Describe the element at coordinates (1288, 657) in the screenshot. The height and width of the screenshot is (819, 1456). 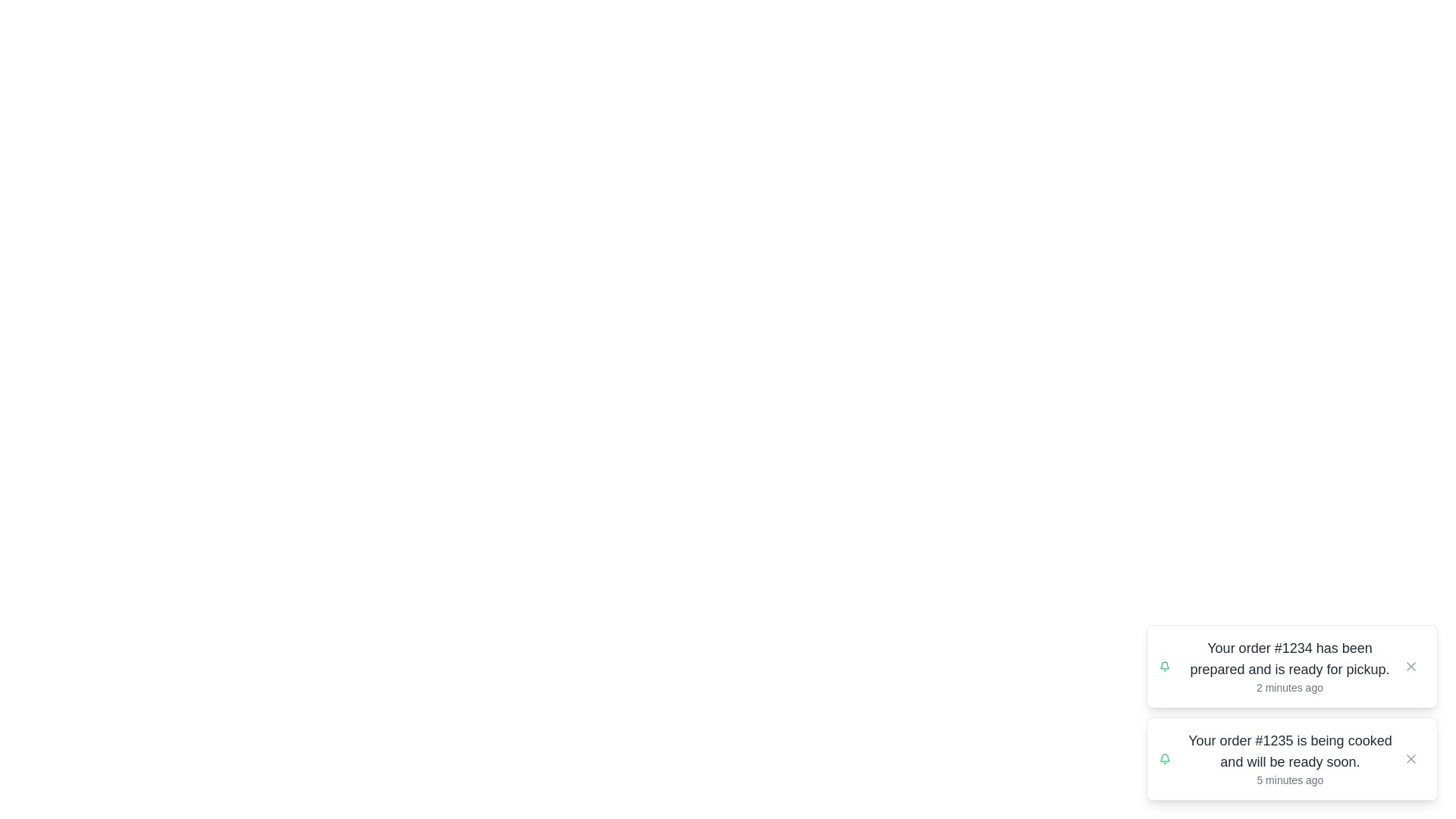
I see `text content of the bold headline stating 'Your order #1234 has been prepared and is ready for pickup.'` at that location.